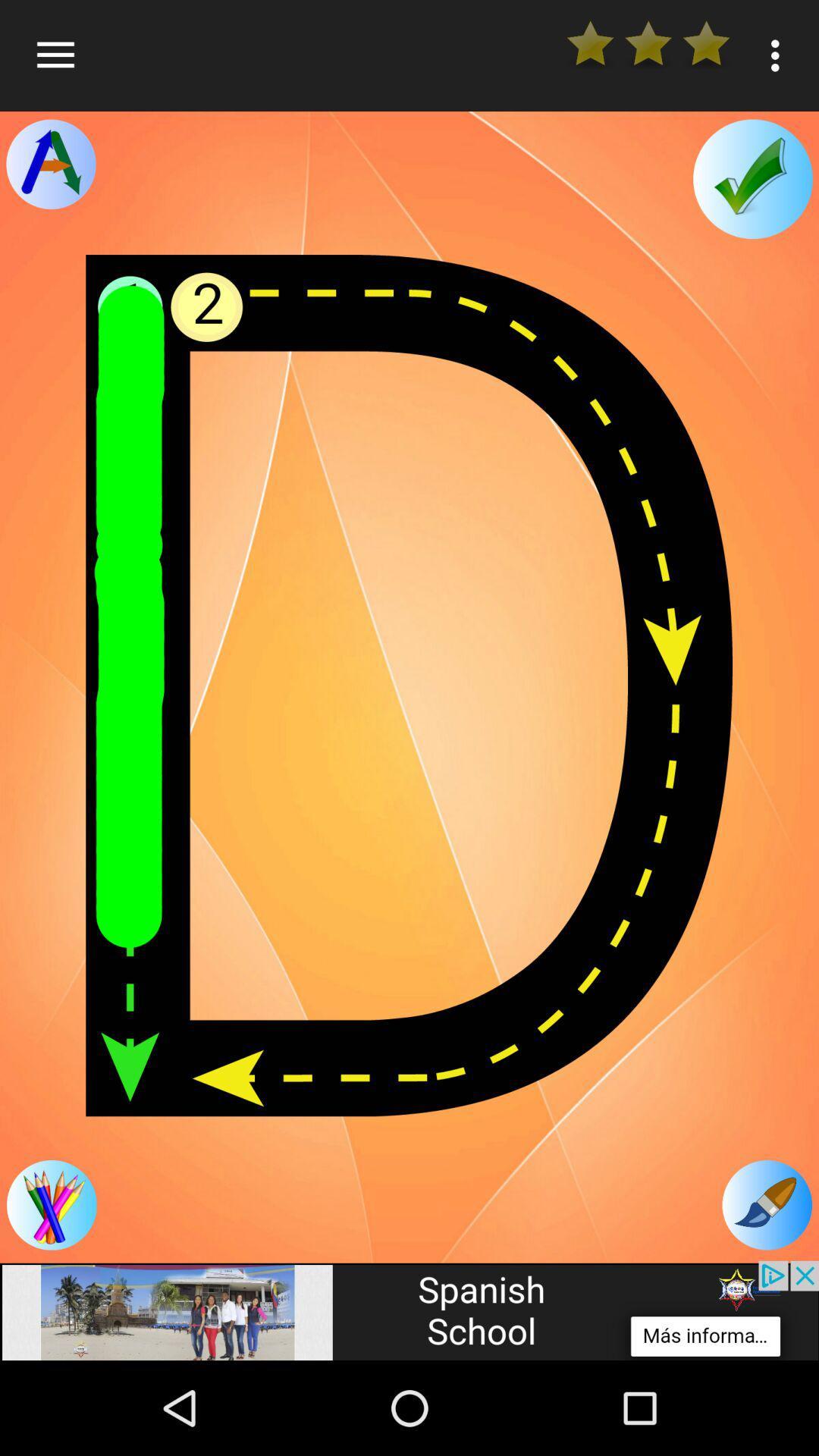  What do you see at coordinates (767, 1204) in the screenshot?
I see `changes color` at bounding box center [767, 1204].